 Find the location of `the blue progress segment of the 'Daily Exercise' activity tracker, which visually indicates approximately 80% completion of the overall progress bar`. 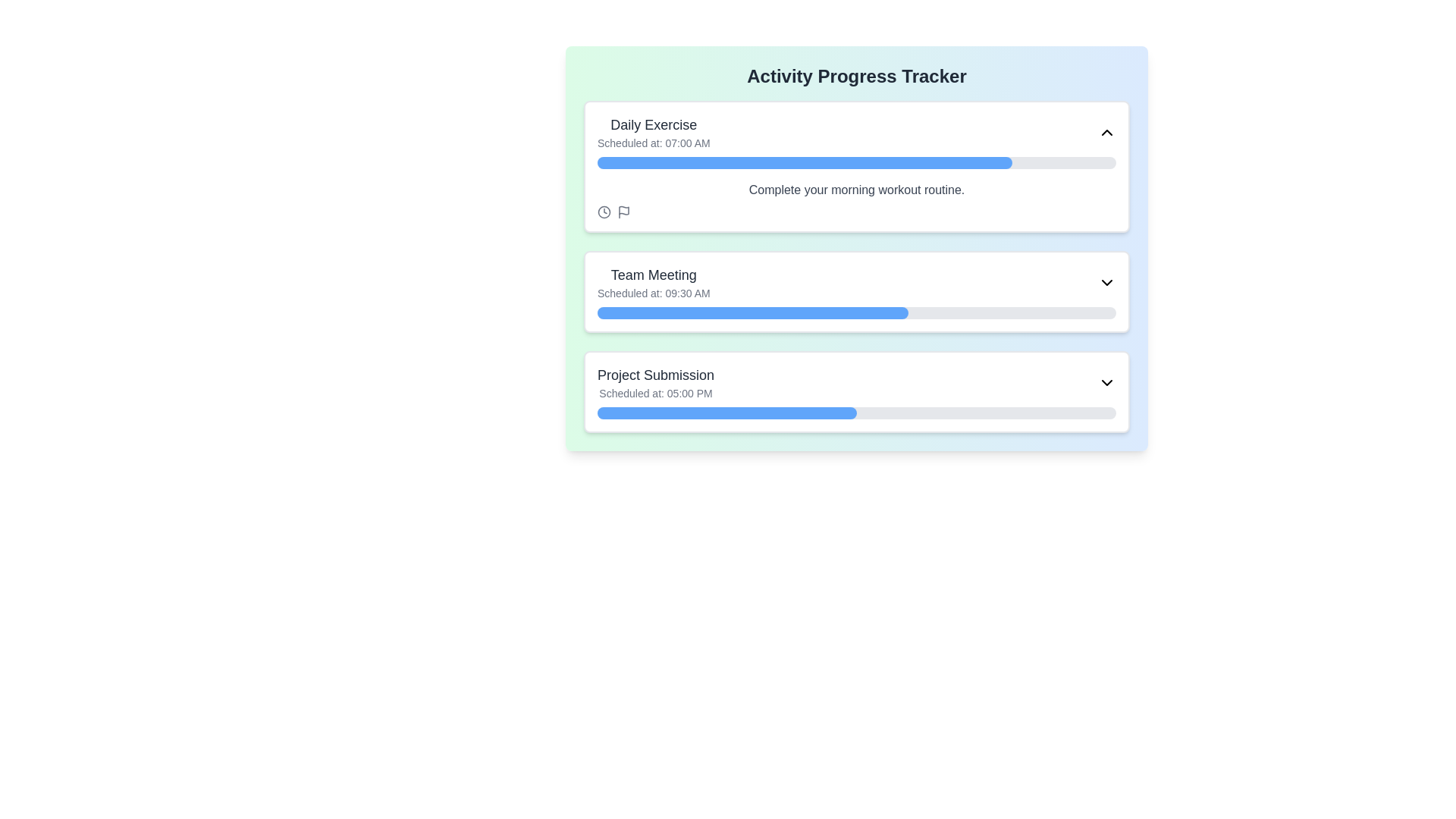

the blue progress segment of the 'Daily Exercise' activity tracker, which visually indicates approximately 80% completion of the overall progress bar is located at coordinates (804, 163).